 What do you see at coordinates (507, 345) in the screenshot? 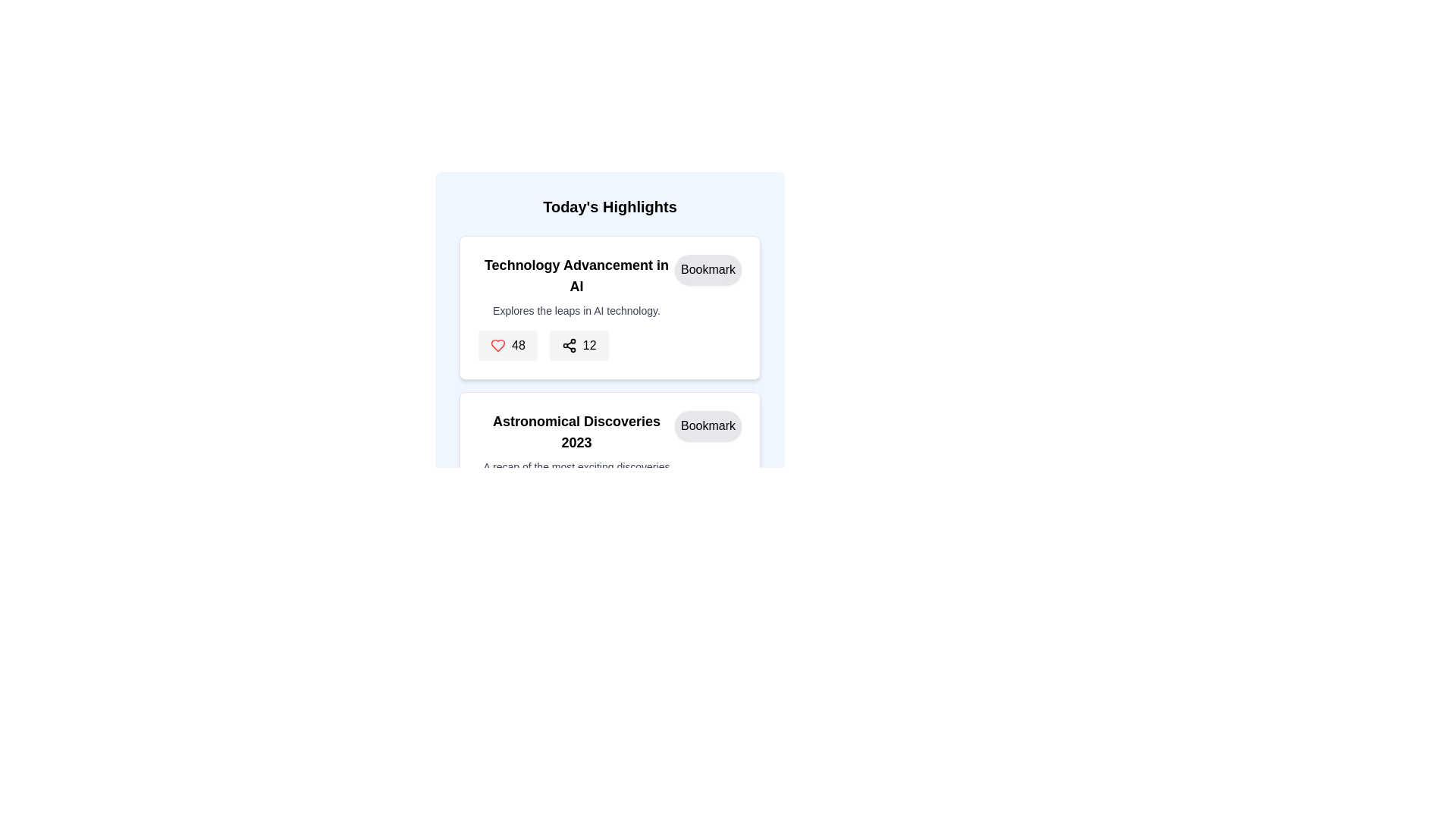
I see `the interactive like or favorite button located directly under the title 'Technology Advancement in AI' to increase or decrease the count` at bounding box center [507, 345].